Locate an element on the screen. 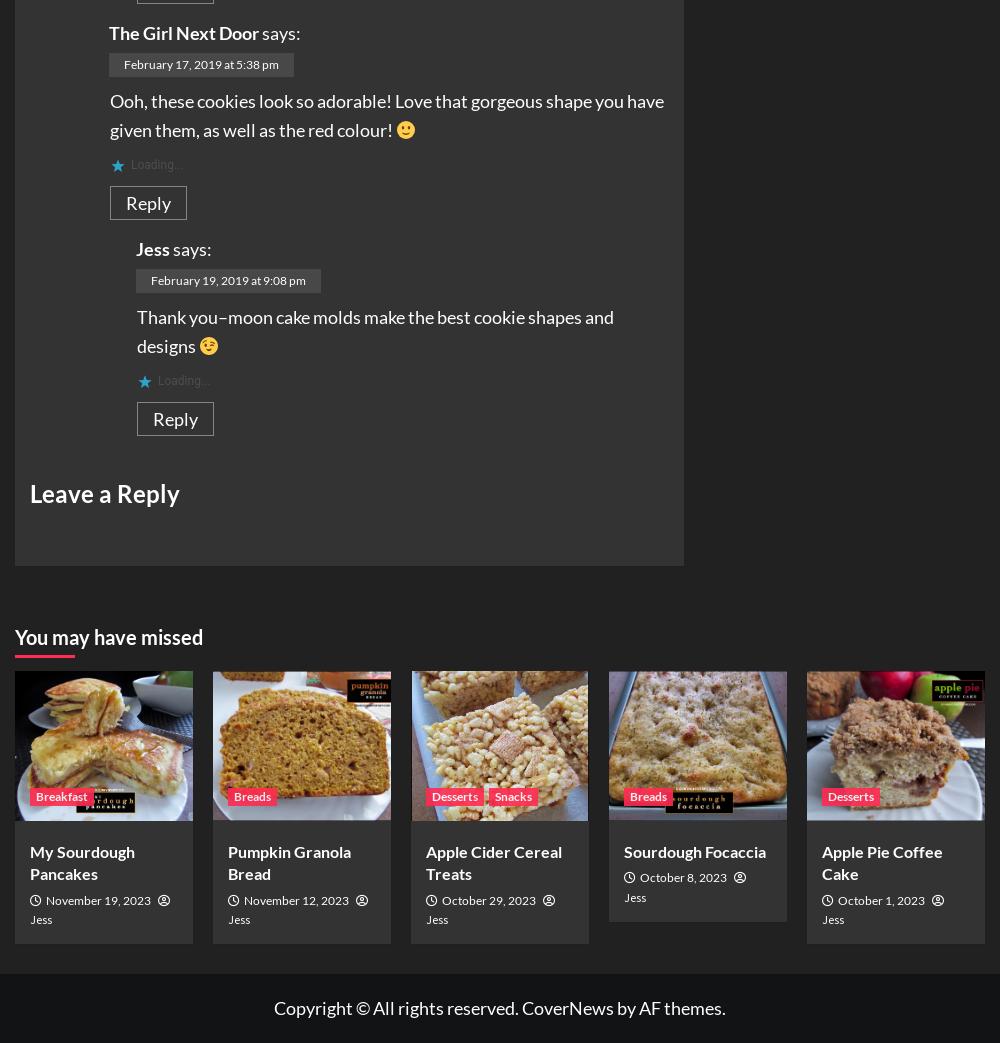 The image size is (1000, 1043). 'Thank you–moon cake molds make the best cookie shapes and designs' is located at coordinates (375, 330).